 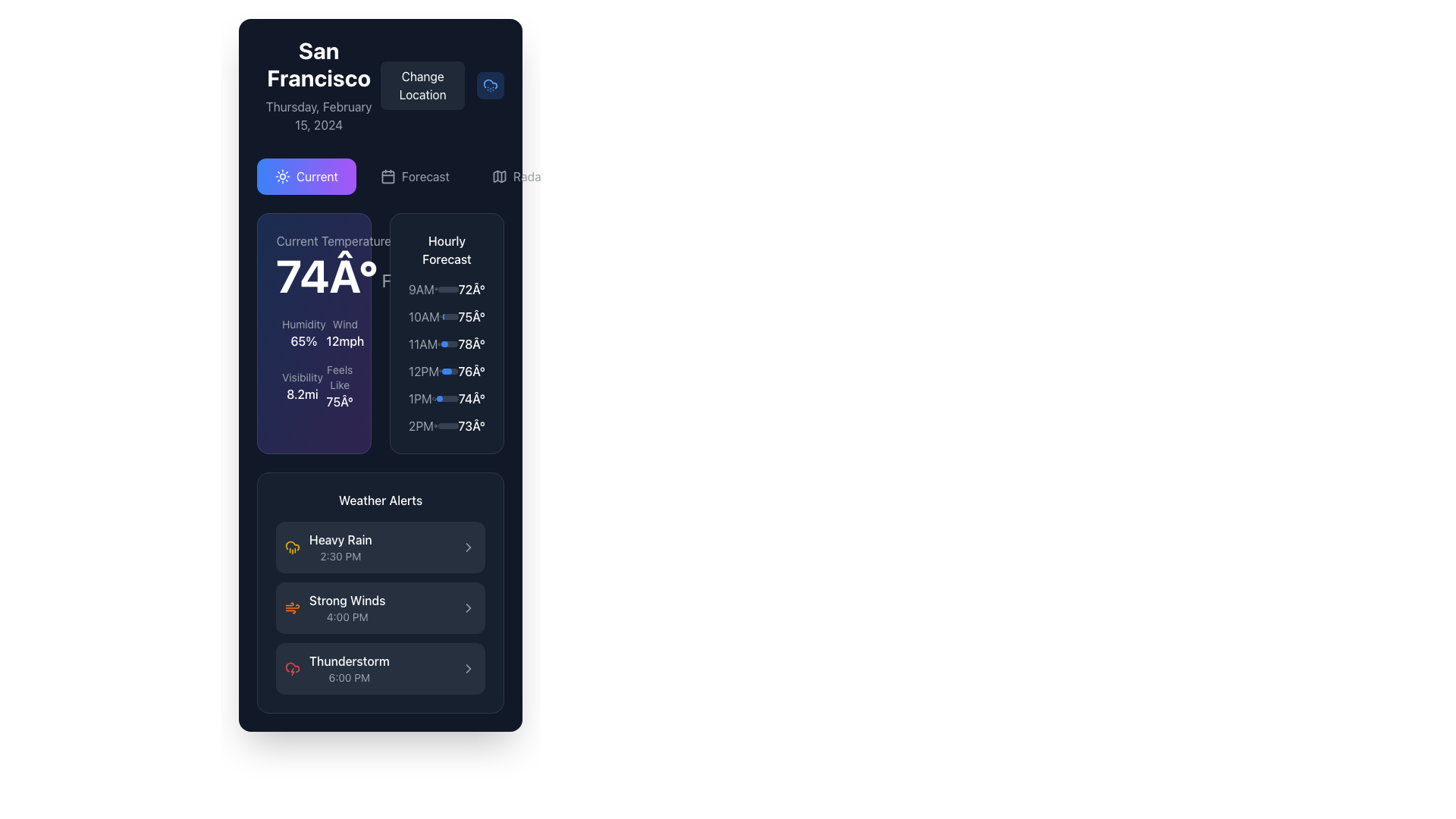 I want to click on the 'Strong Winds' informational card located in the middle of the three weather alert cards in the 'Weather Alerts' section, so click(x=381, y=607).